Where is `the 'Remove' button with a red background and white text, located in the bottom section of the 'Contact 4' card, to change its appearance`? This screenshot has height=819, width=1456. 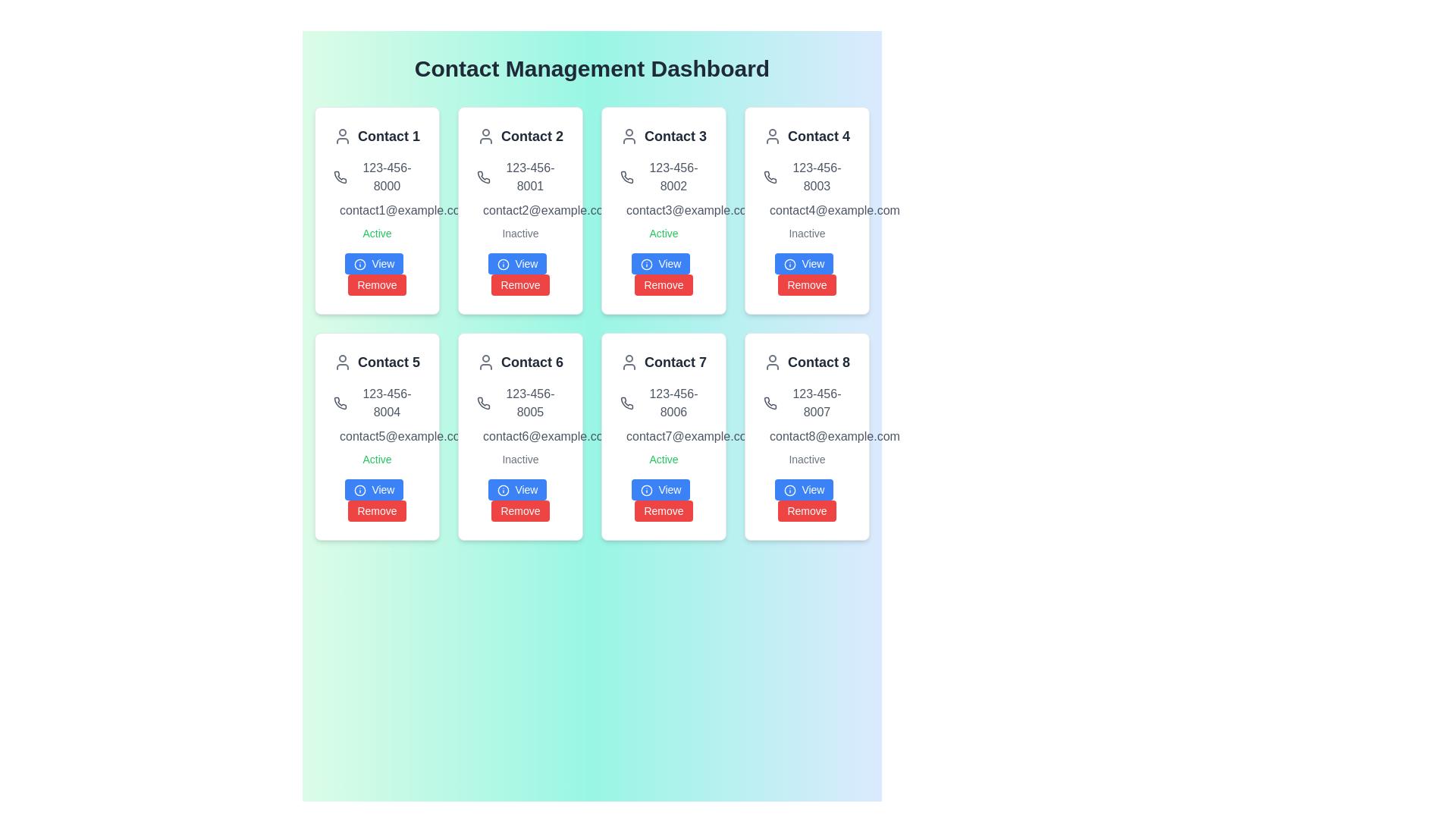 the 'Remove' button with a red background and white text, located in the bottom section of the 'Contact 4' card, to change its appearance is located at coordinates (806, 284).